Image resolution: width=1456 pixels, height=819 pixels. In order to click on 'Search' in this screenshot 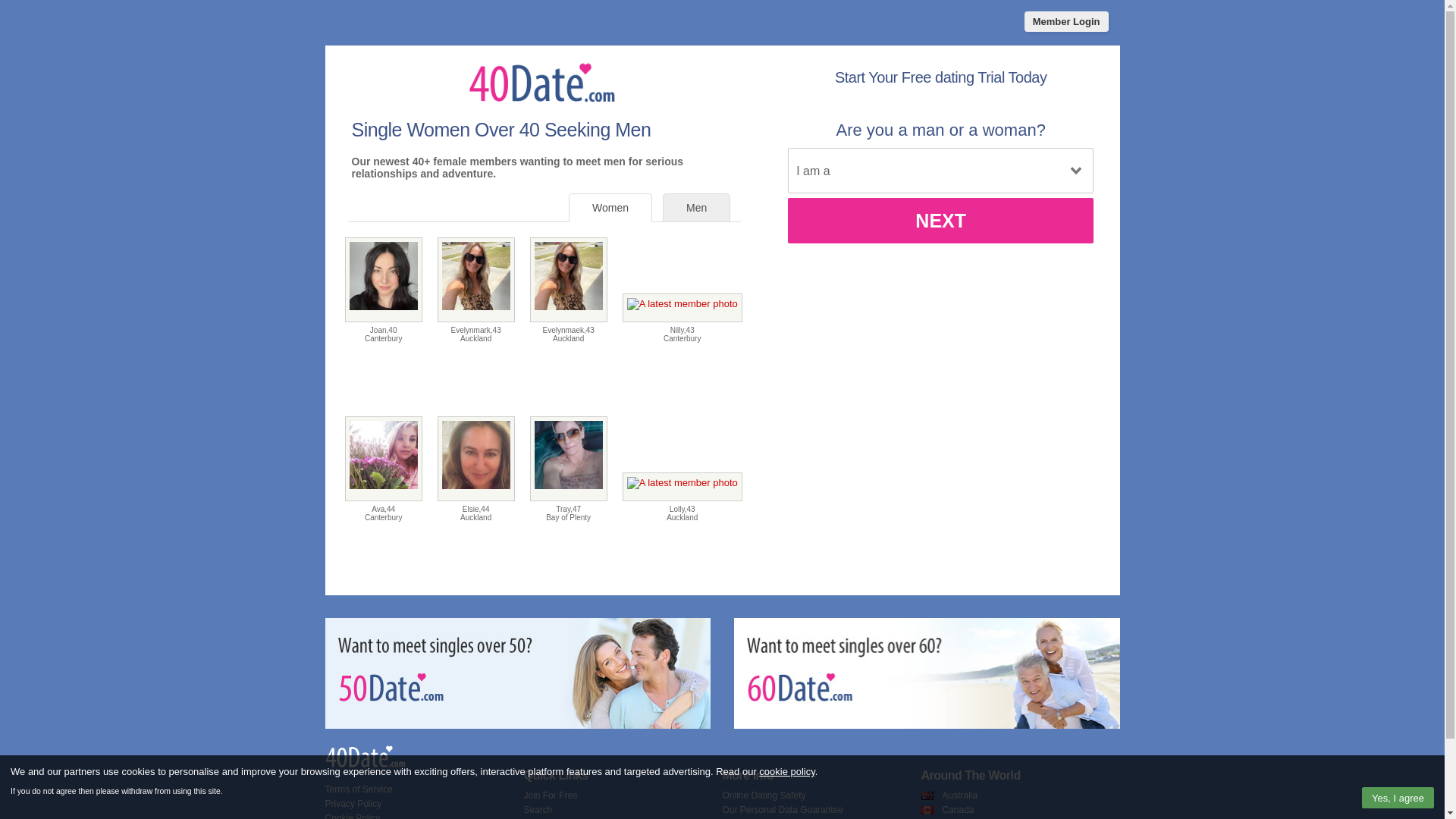, I will do `click(538, 809)`.